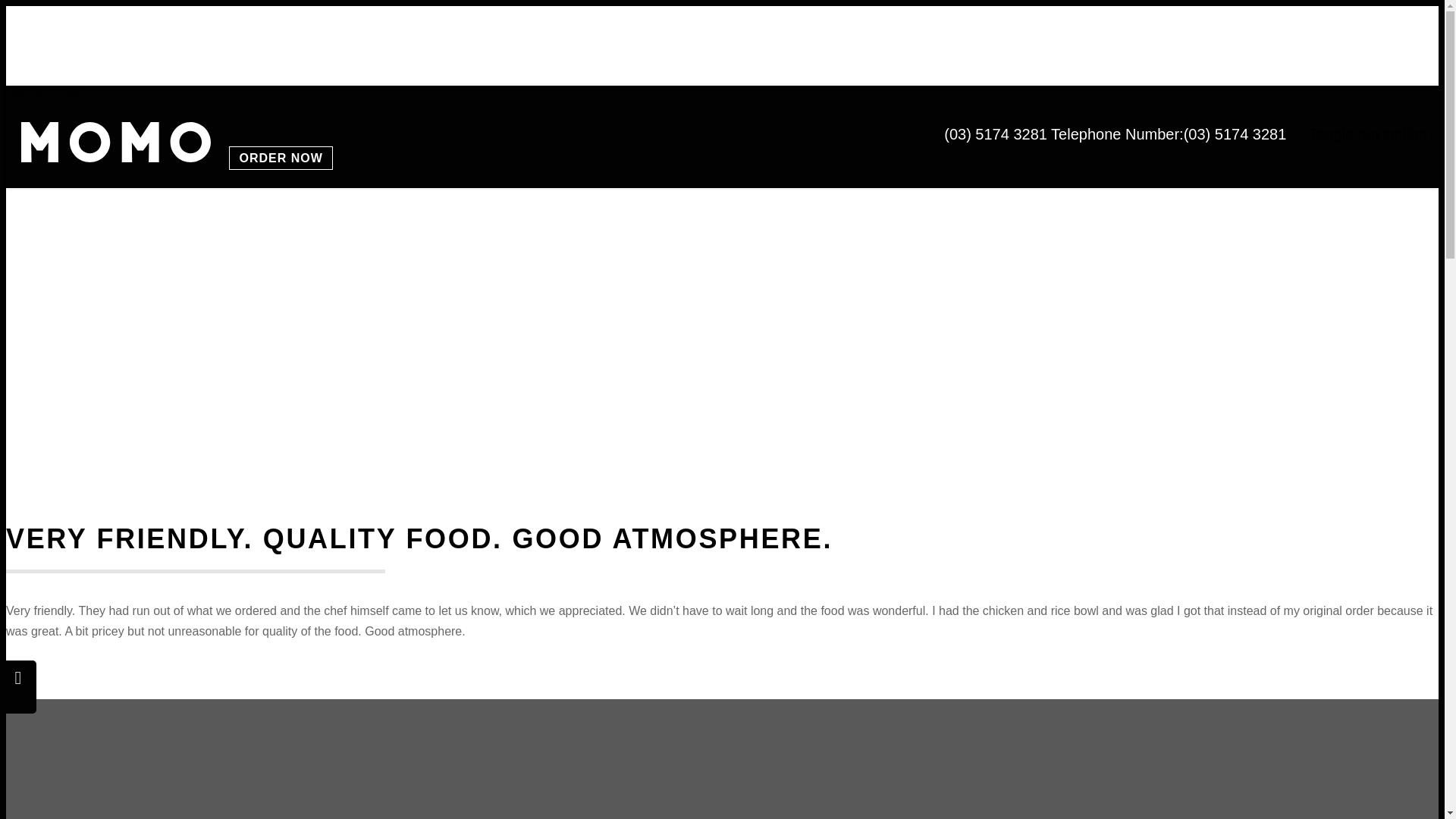  Describe the element at coordinates (1115, 133) in the screenshot. I see `'(03) 5174 3281 Telephone Number:(03) 5174 3281'` at that location.